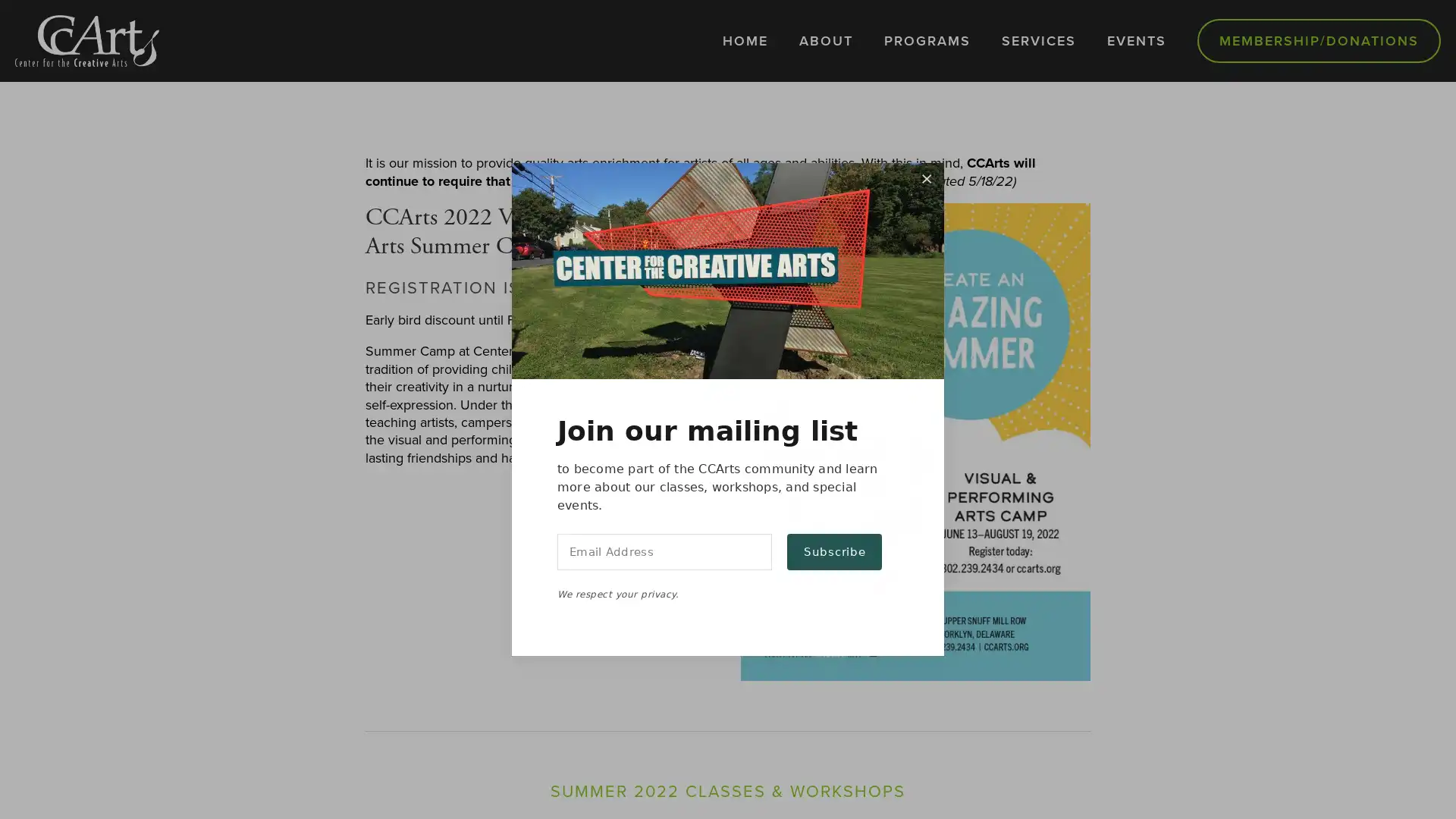  I want to click on Close, so click(925, 177).